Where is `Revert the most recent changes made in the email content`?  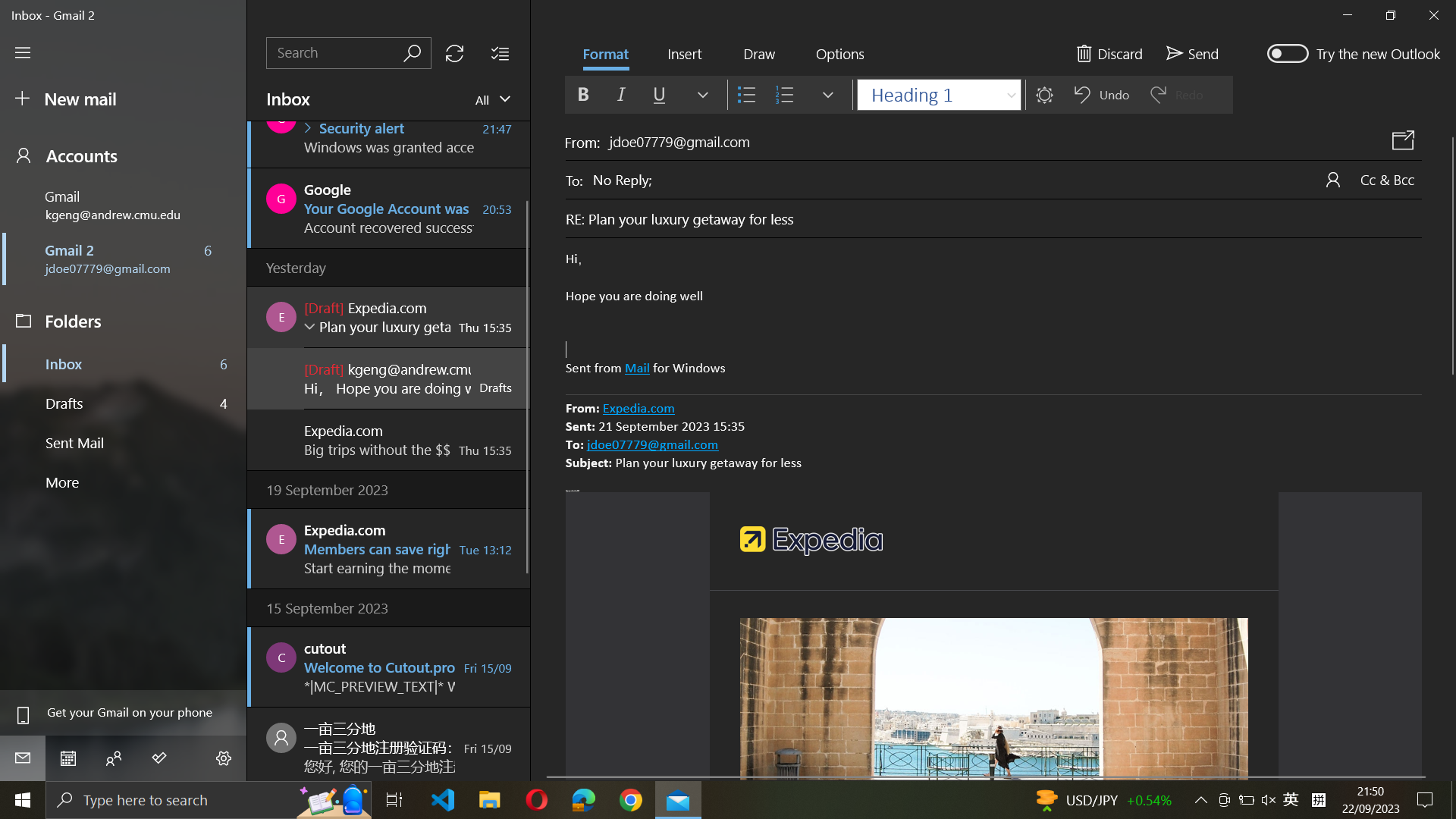 Revert the most recent changes made in the email content is located at coordinates (993, 314).